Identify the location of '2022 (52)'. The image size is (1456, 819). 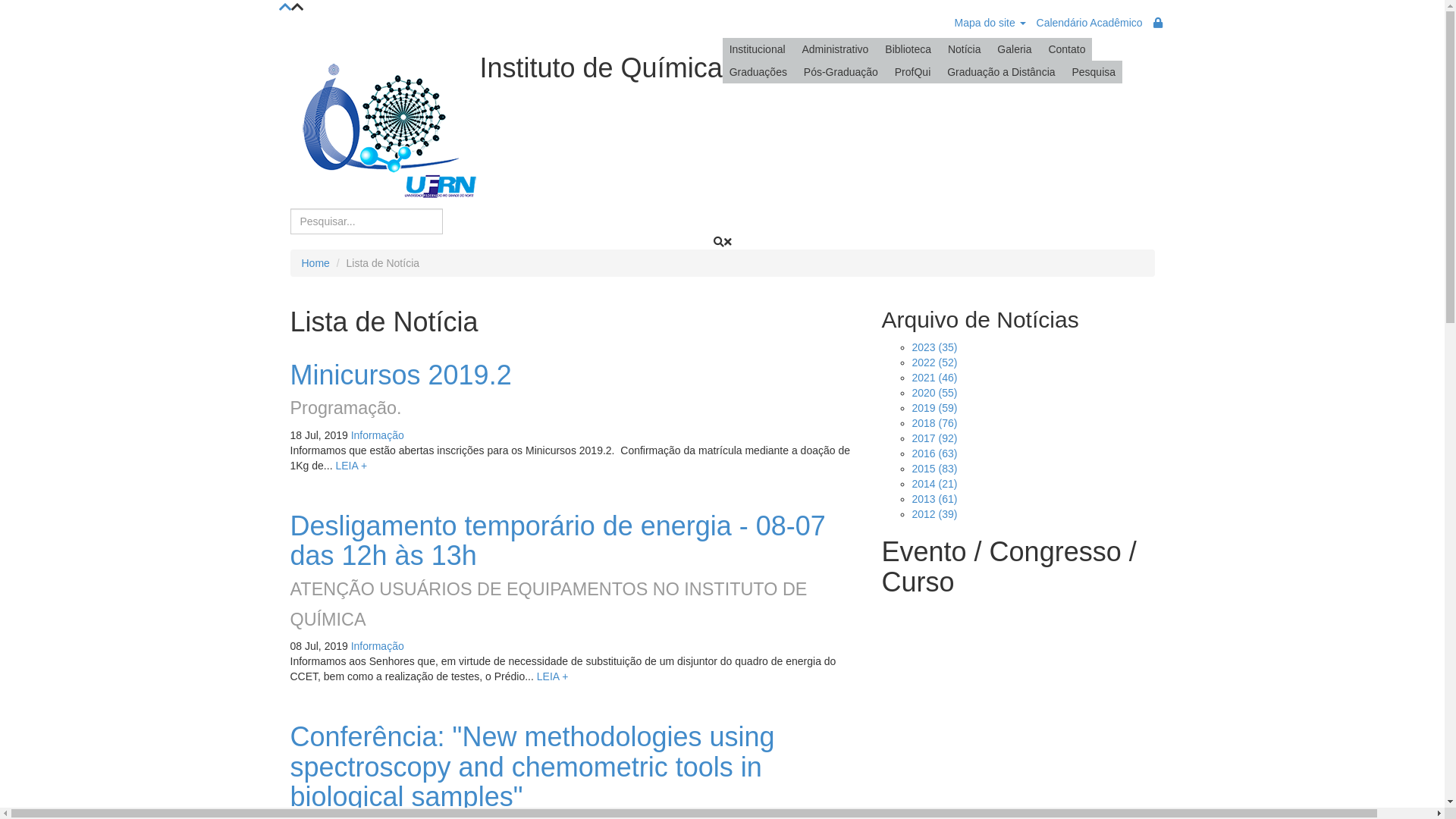
(934, 362).